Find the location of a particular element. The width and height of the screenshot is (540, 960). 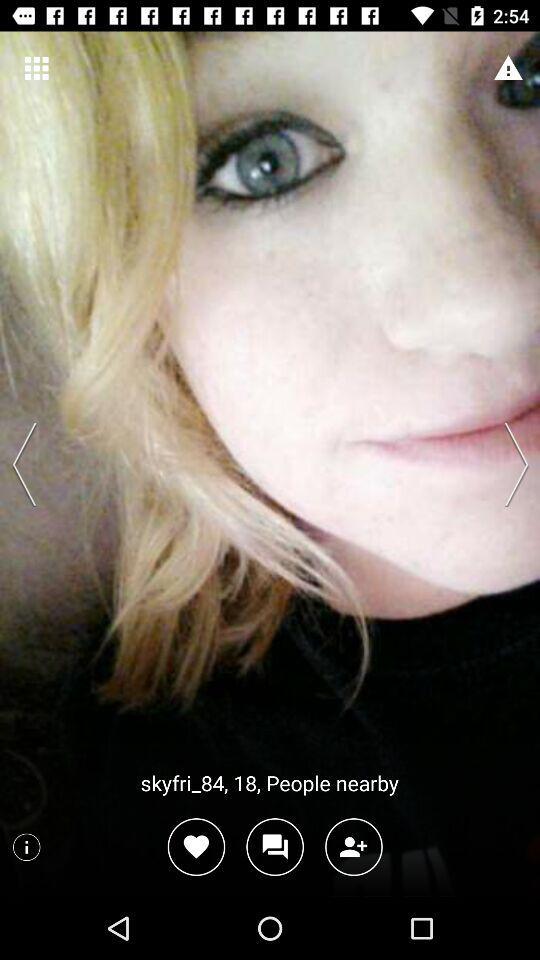

like post is located at coordinates (196, 846).